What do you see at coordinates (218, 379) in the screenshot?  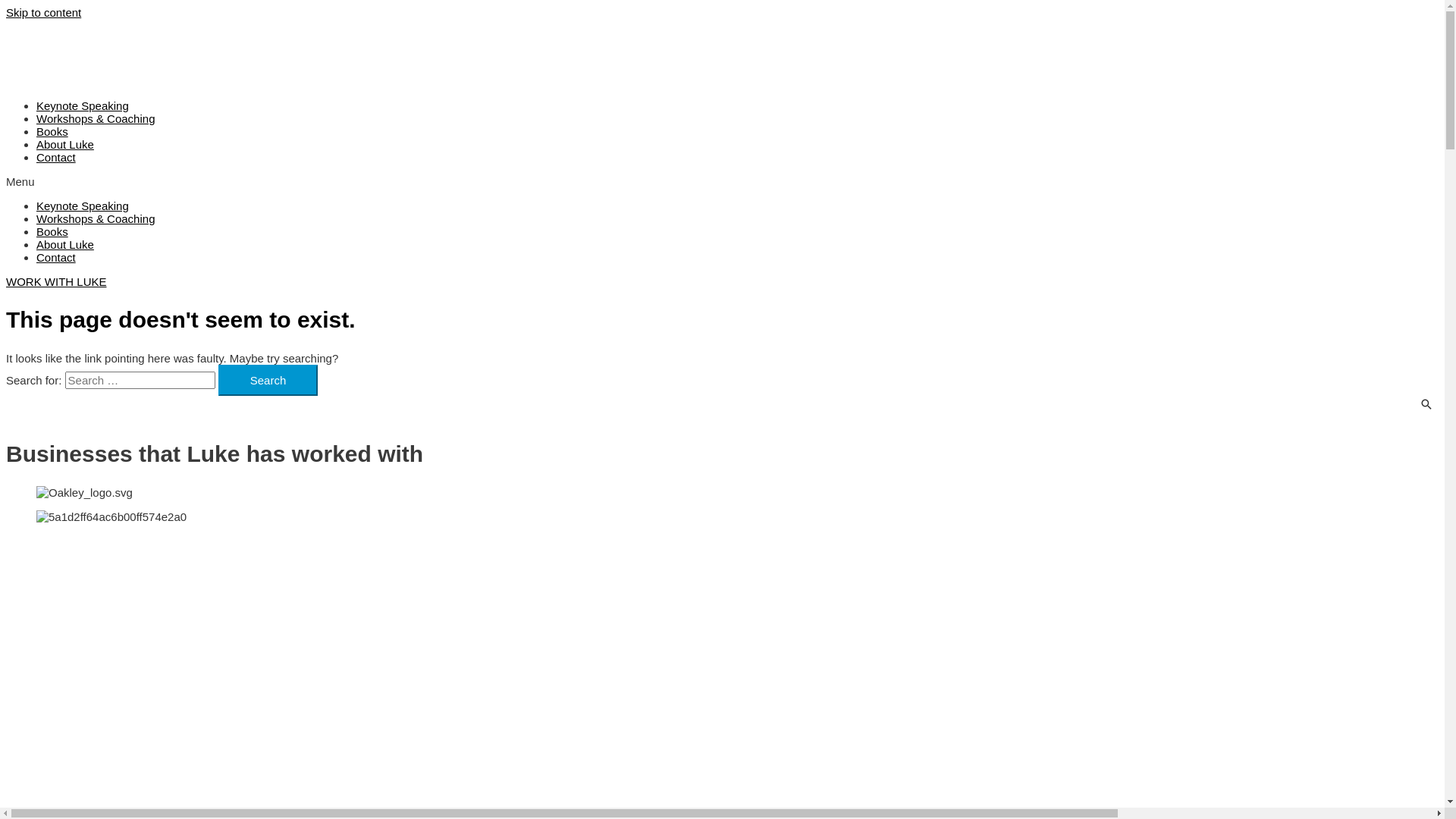 I see `'Search'` at bounding box center [218, 379].